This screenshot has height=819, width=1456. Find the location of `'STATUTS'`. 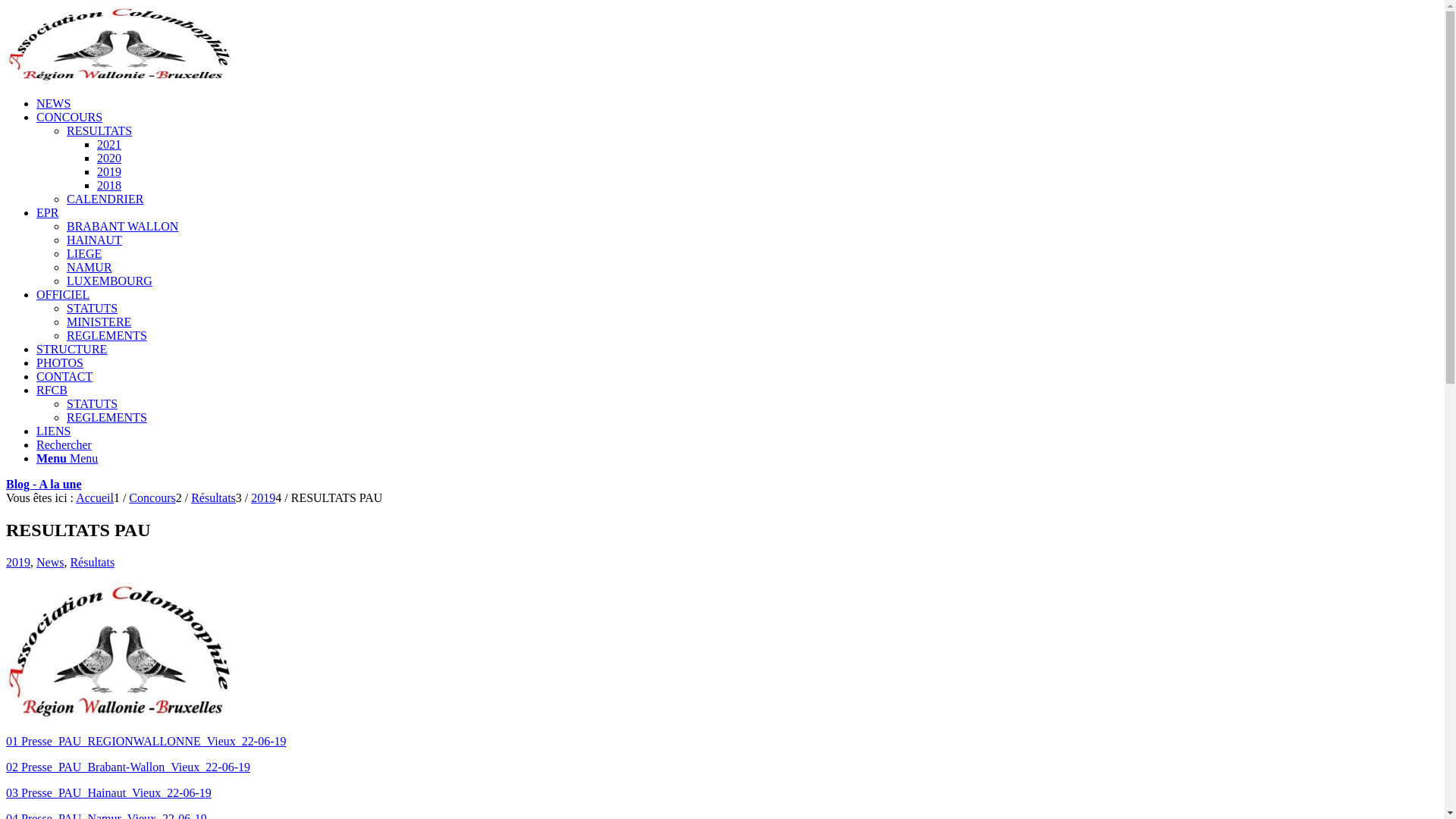

'STATUTS' is located at coordinates (91, 307).